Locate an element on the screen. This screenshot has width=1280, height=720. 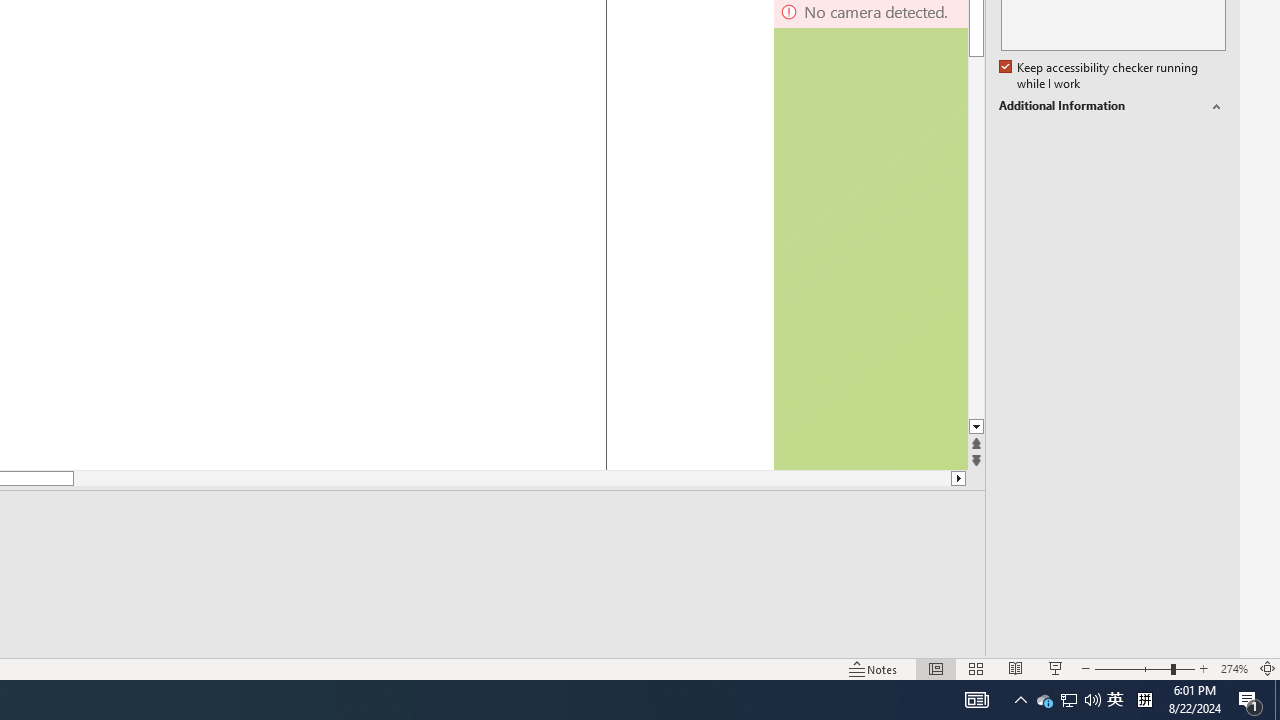
'Line down' is located at coordinates (976, 426).